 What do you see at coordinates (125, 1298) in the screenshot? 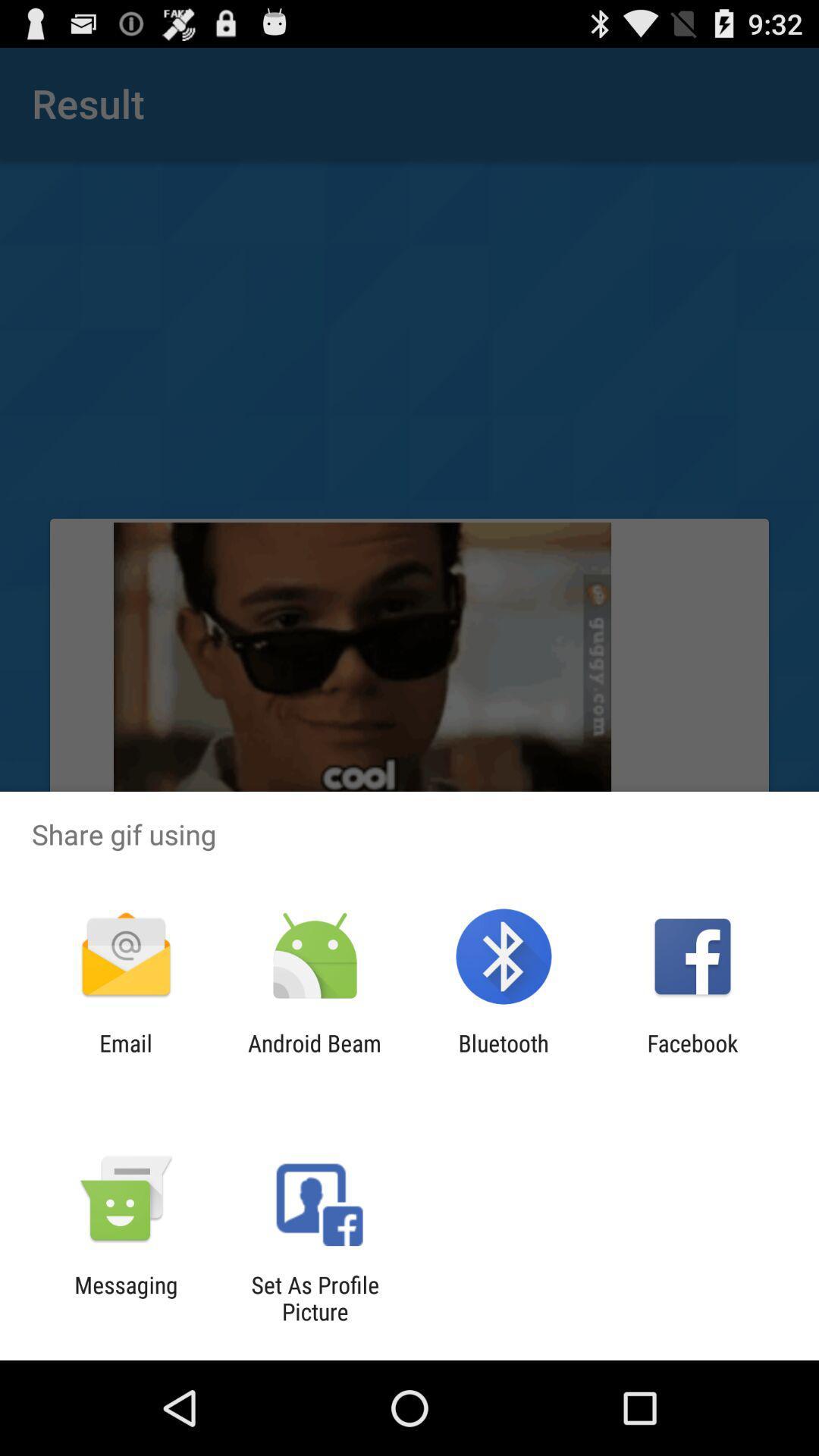
I see `icon next to set as profile icon` at bounding box center [125, 1298].